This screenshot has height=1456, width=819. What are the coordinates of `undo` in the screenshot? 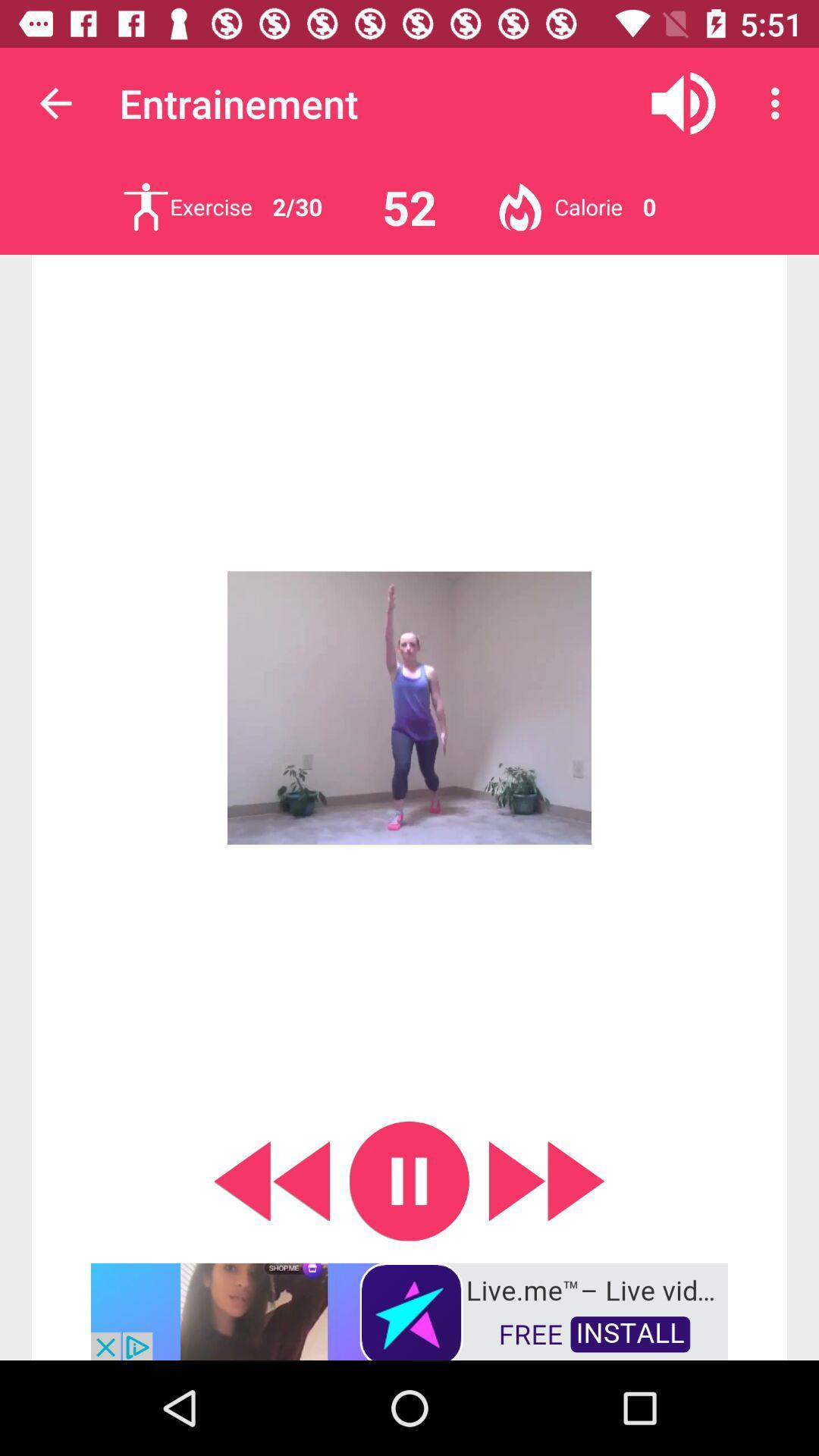 It's located at (271, 1180).